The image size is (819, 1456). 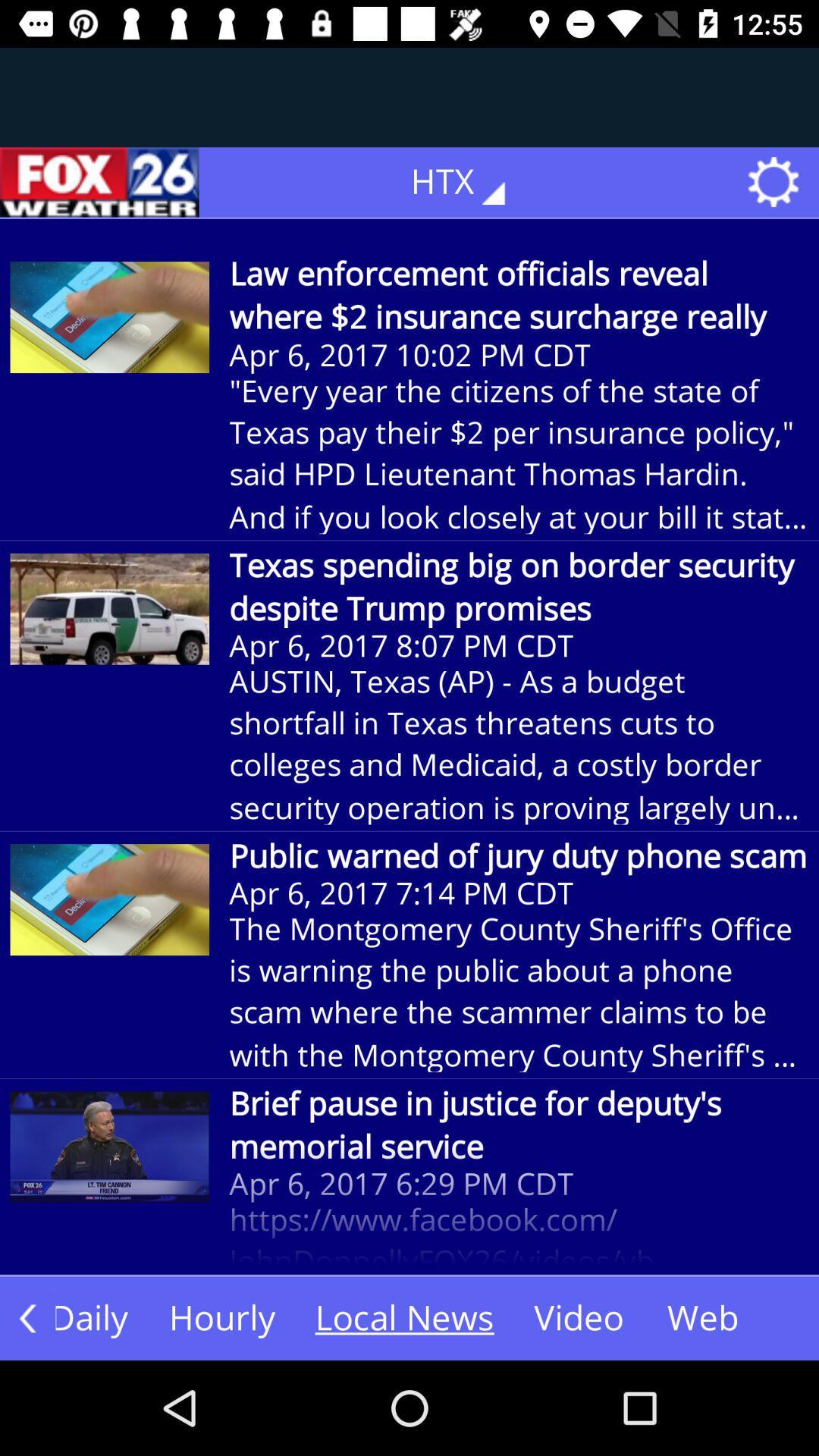 What do you see at coordinates (403, 1317) in the screenshot?
I see `local news` at bounding box center [403, 1317].